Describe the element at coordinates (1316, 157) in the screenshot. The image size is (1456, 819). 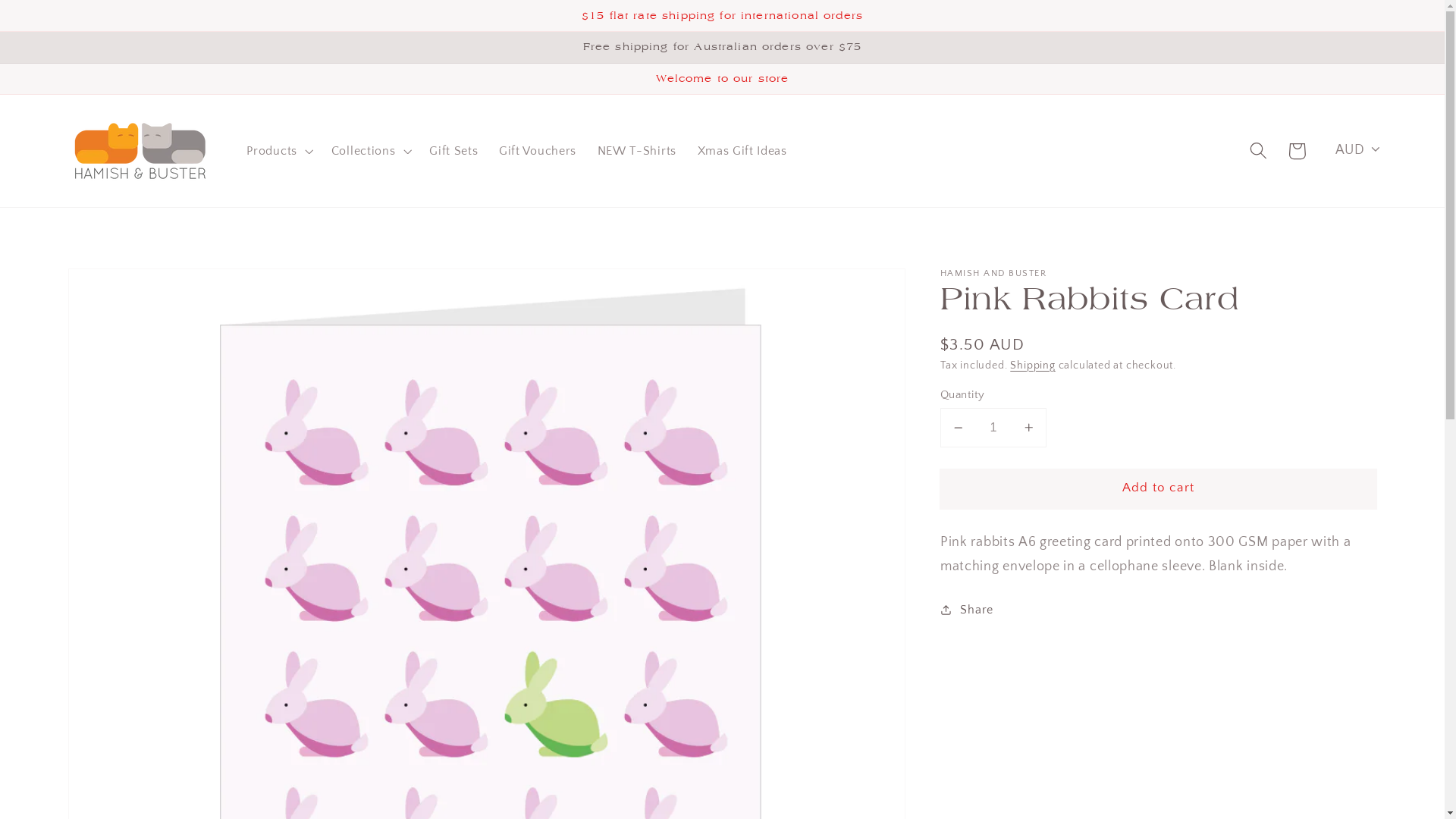
I see `'AUD'` at that location.